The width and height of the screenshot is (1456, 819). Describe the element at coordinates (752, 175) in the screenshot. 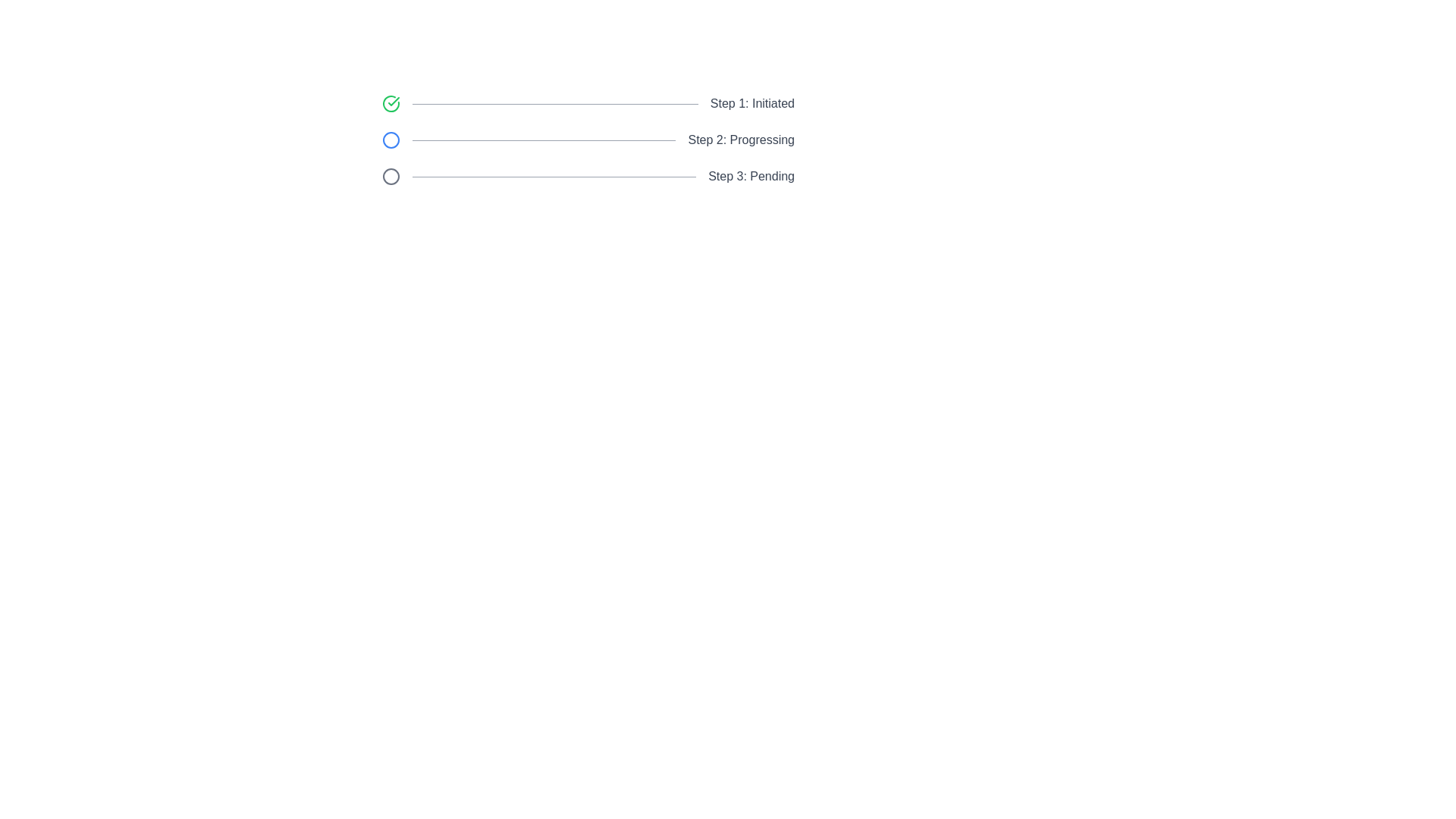

I see `the text label displaying 'Step 3: Pending', which is part of a progression step UI located next to a horizontal line and to the right of a circular icon` at that location.